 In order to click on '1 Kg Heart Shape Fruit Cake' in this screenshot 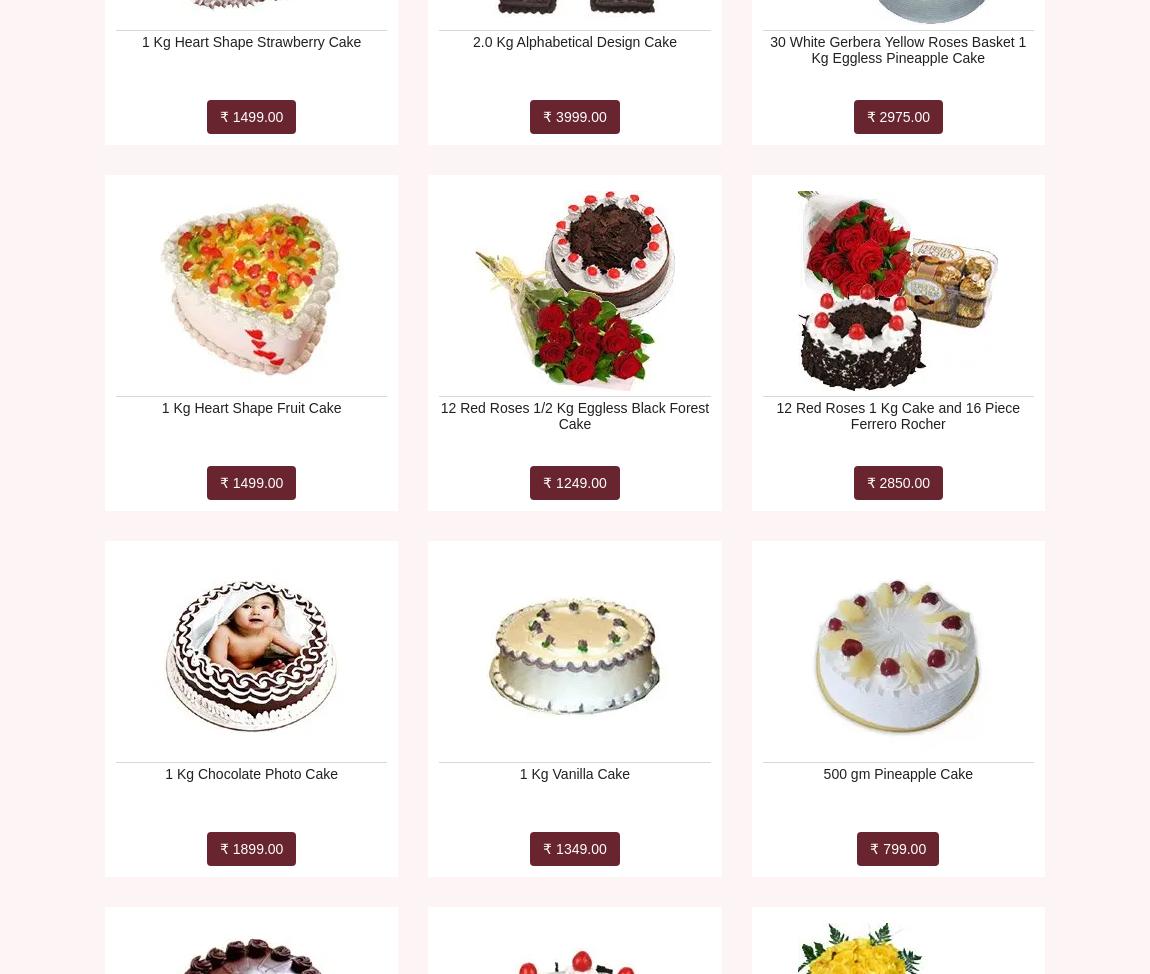, I will do `click(250, 407)`.